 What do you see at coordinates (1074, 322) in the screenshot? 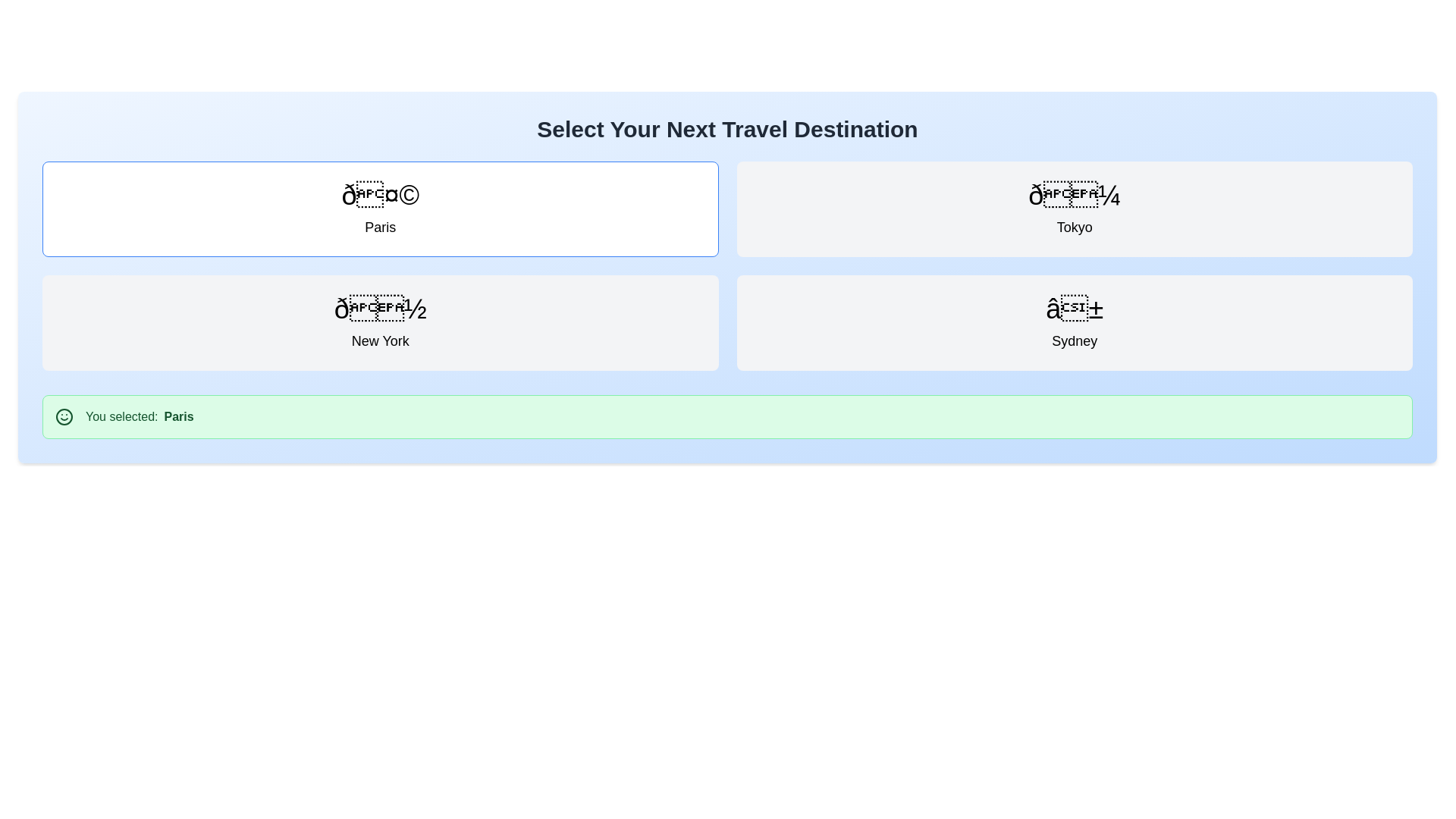
I see `the selectable button for choosing Sydney as a travel destination` at bounding box center [1074, 322].